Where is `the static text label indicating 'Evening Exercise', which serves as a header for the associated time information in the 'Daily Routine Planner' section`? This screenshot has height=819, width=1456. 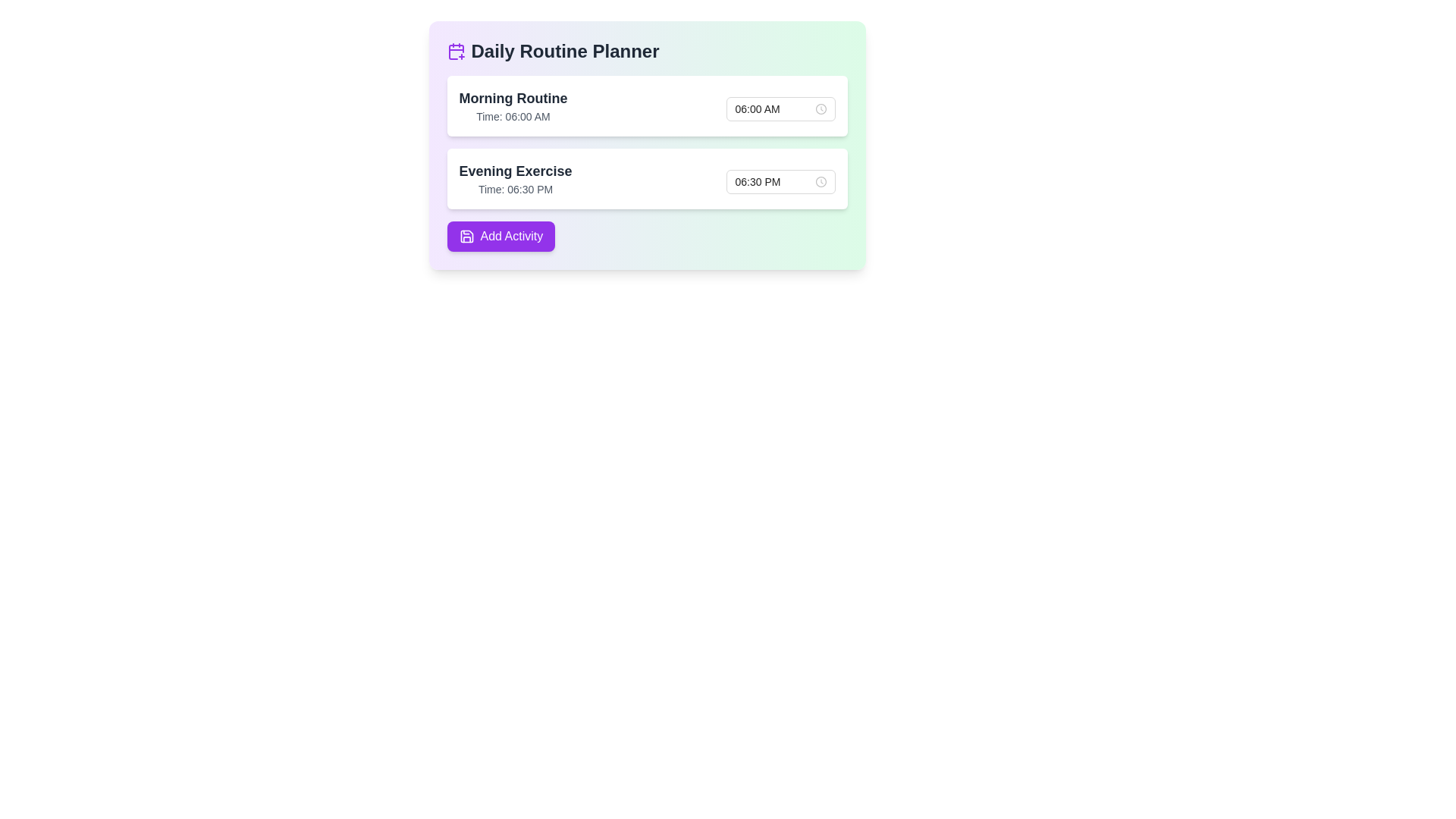 the static text label indicating 'Evening Exercise', which serves as a header for the associated time information in the 'Daily Routine Planner' section is located at coordinates (516, 171).